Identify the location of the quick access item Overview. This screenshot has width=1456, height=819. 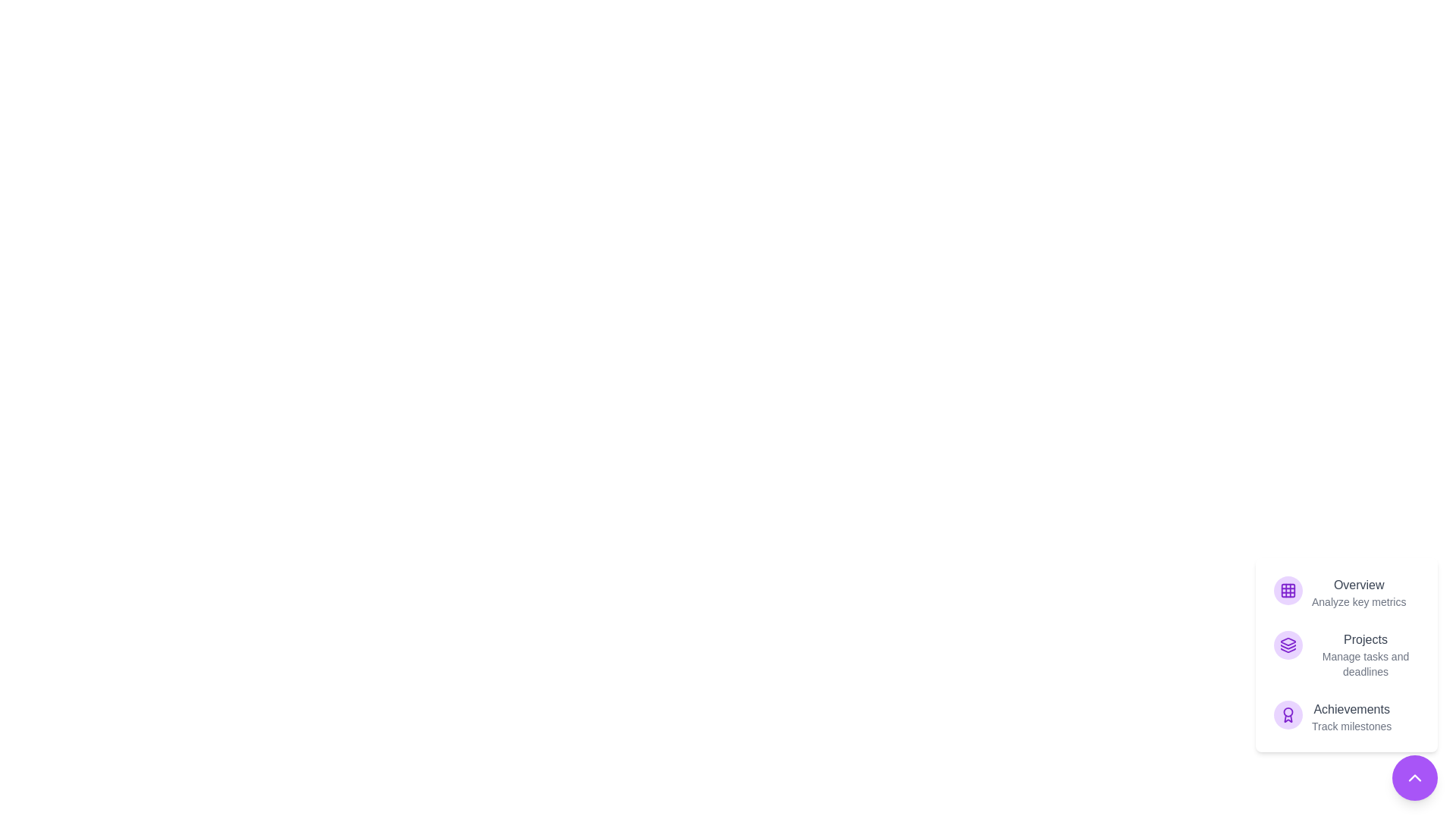
(1347, 592).